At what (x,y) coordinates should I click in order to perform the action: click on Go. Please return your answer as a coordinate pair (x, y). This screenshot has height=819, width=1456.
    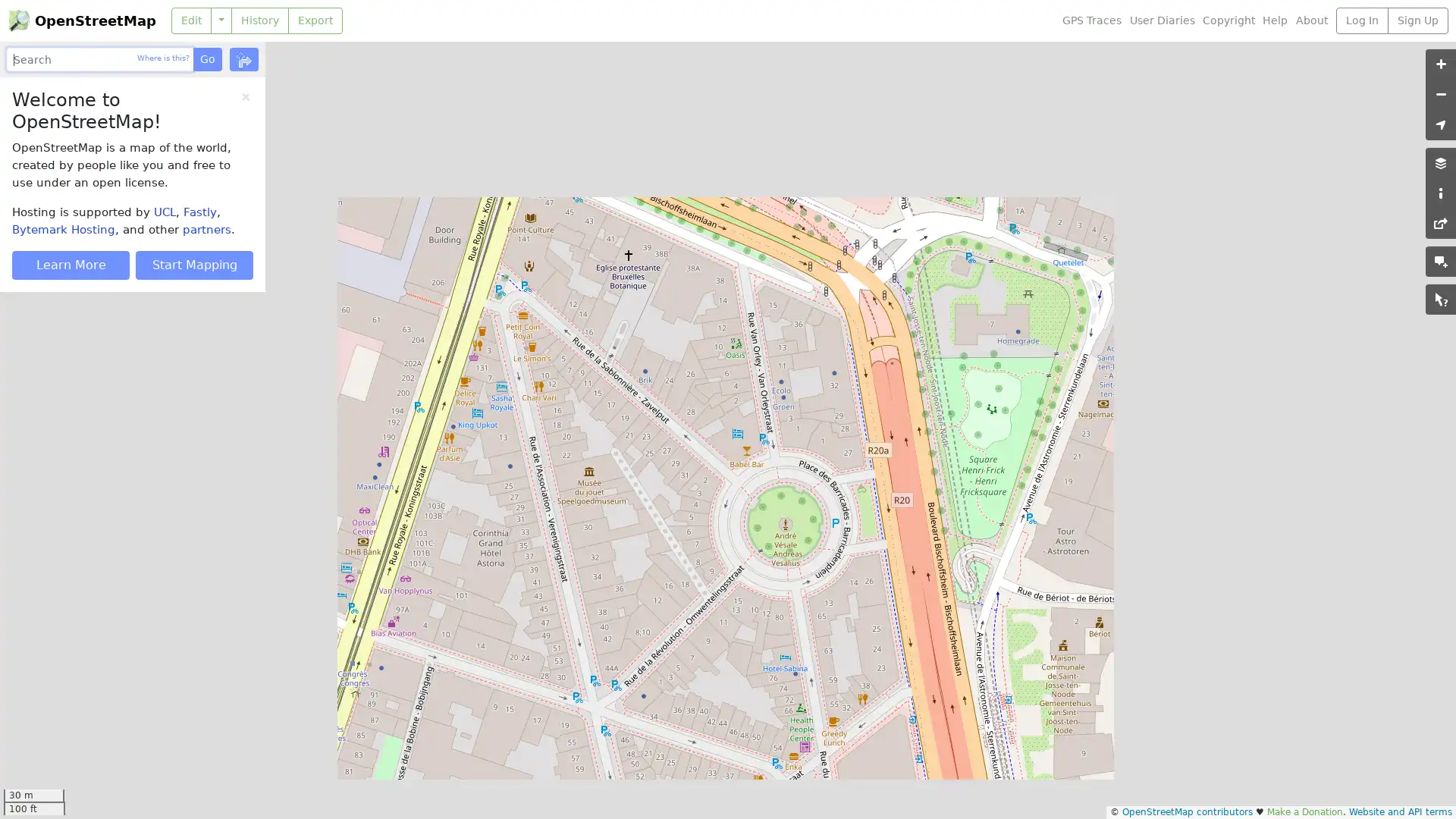
    Looking at the image, I should click on (206, 58).